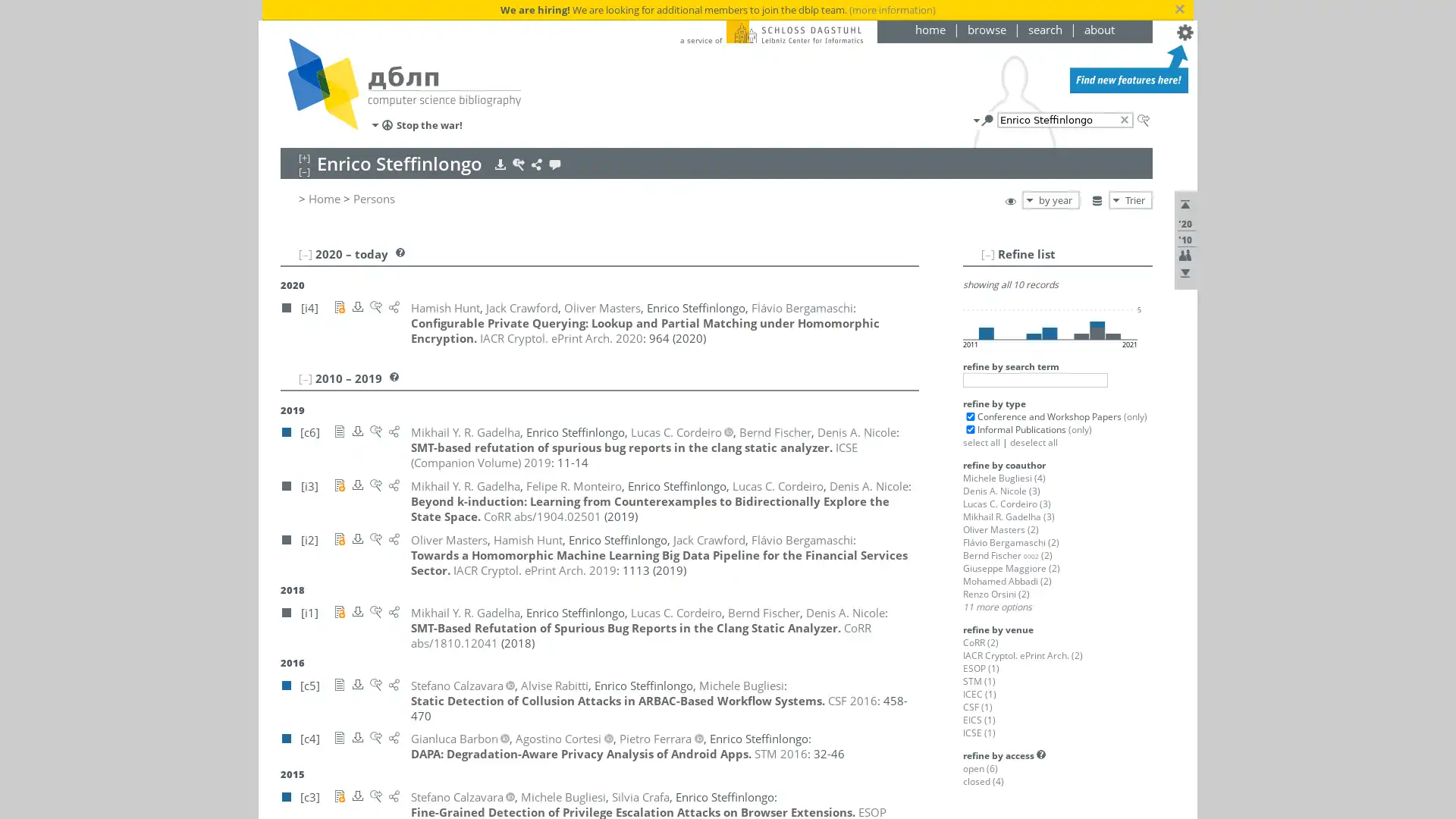 The width and height of the screenshot is (1456, 819). Describe the element at coordinates (1009, 516) in the screenshot. I see `Mikhail R. Gadelha (3)` at that location.